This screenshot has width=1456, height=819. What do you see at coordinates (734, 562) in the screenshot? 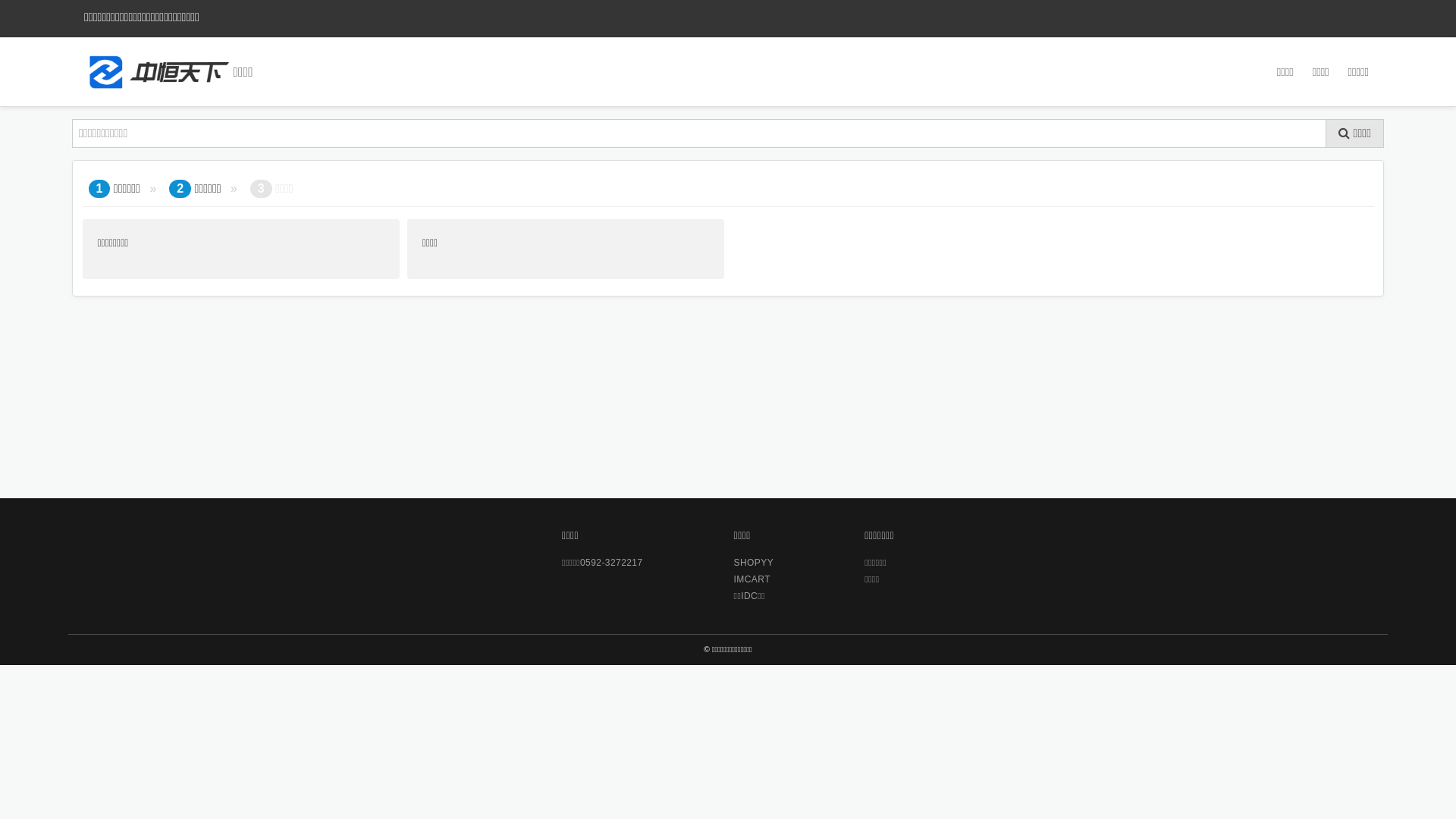
I see `'SHOPYY'` at bounding box center [734, 562].